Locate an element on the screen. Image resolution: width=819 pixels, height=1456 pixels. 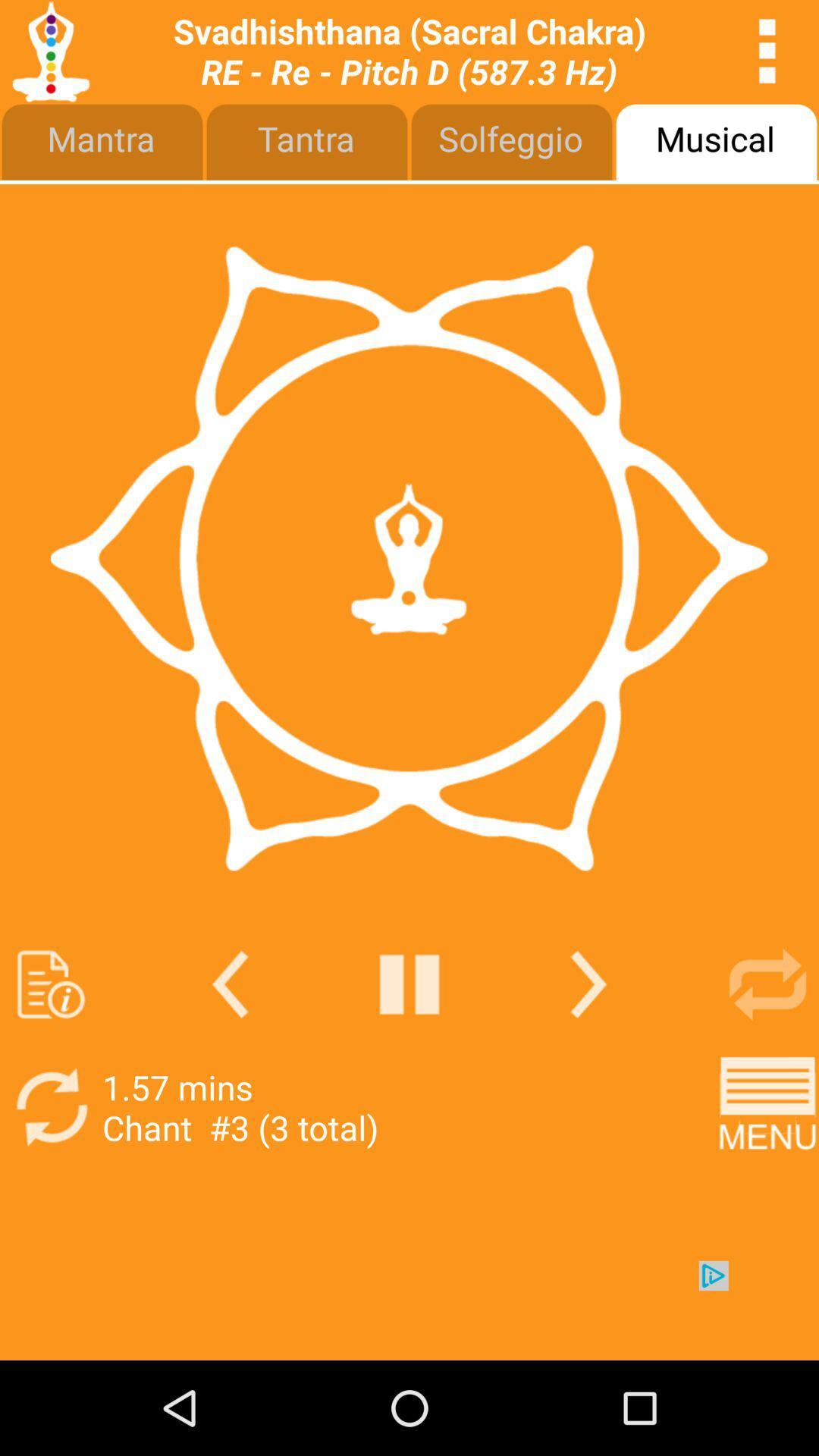
repeat is located at coordinates (767, 984).